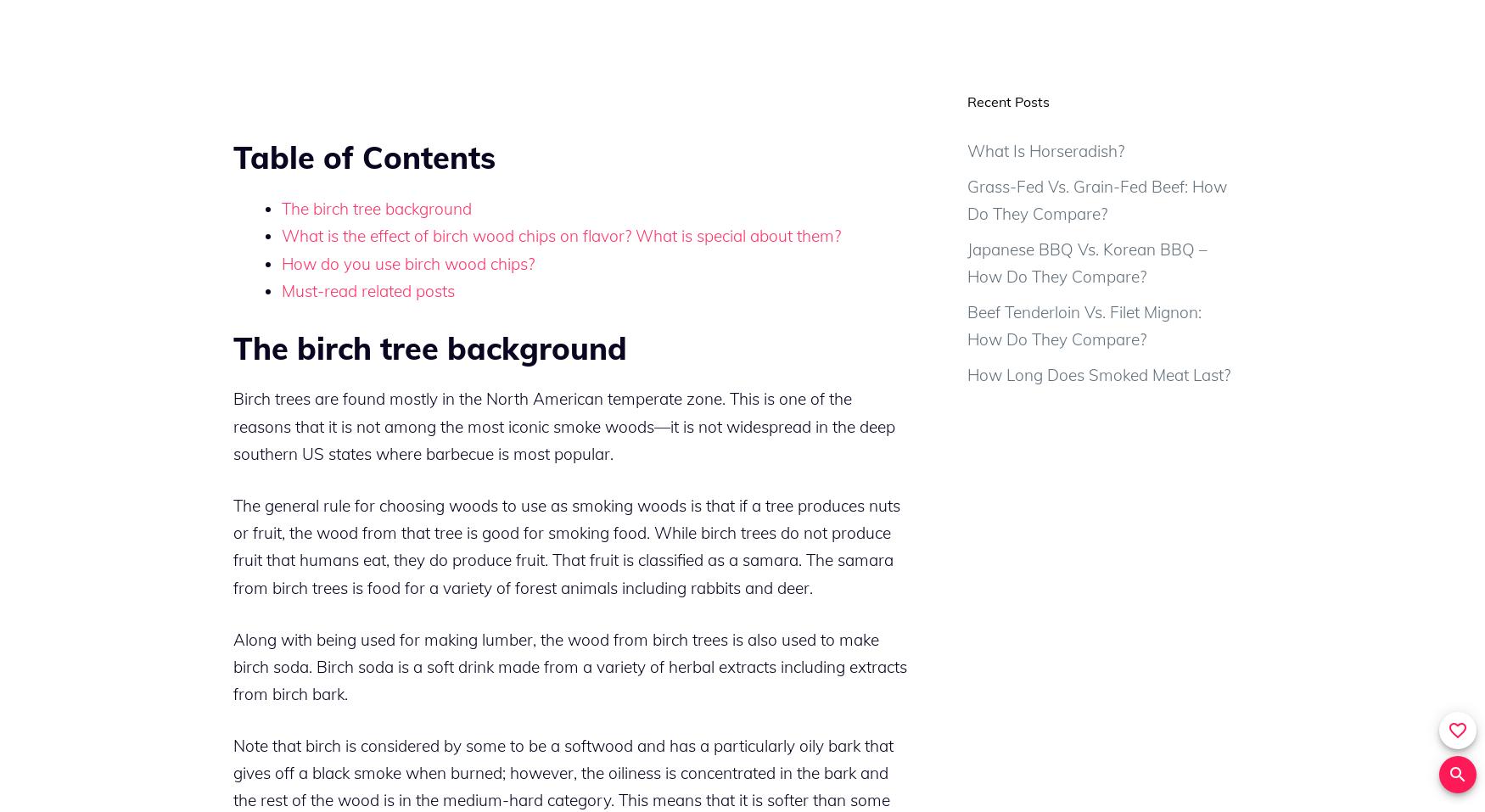  What do you see at coordinates (565, 545) in the screenshot?
I see `'The general rule for choosing woods to use as smoking woods is that if a tree produces nuts or fruit, the wood from that tree is good for smoking food. While birch trees do not produce fruit that humans eat, they do produce fruit. That fruit is classified as a samara. The samara from birch trees is food for a variety of forest animals including rabbits and deer.'` at bounding box center [565, 545].